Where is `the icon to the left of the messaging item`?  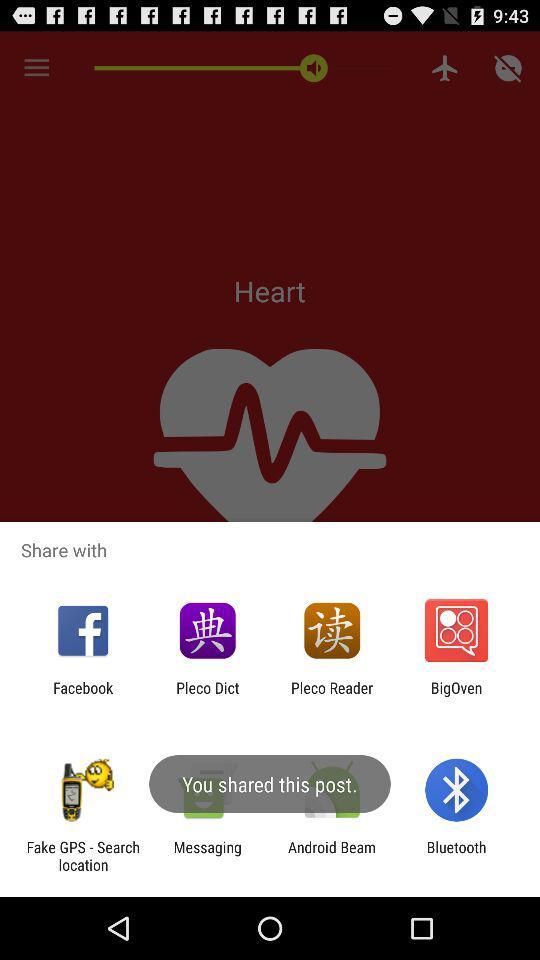 the icon to the left of the messaging item is located at coordinates (82, 855).